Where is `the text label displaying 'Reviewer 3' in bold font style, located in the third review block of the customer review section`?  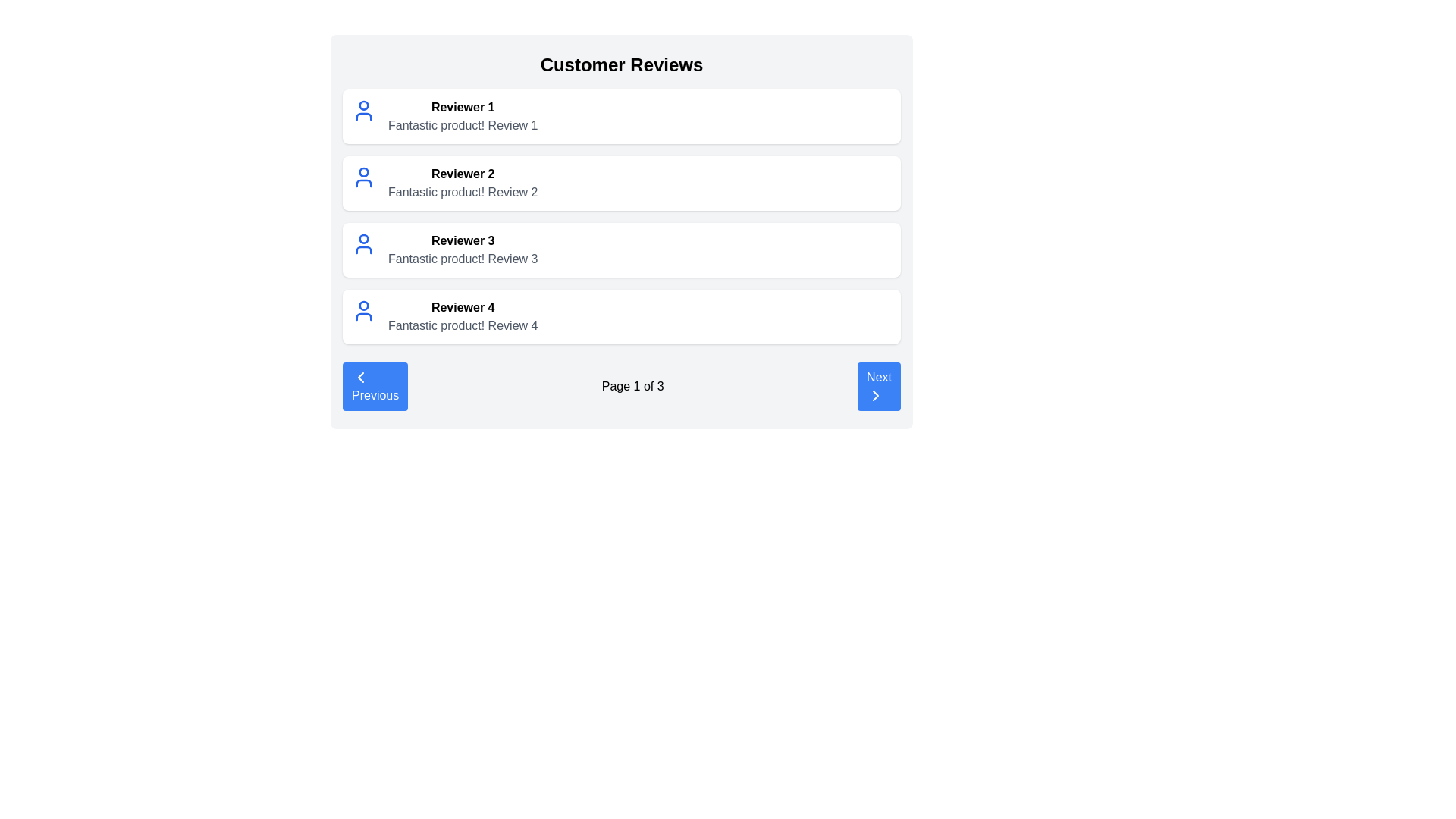
the text label displaying 'Reviewer 3' in bold font style, located in the third review block of the customer review section is located at coordinates (462, 240).